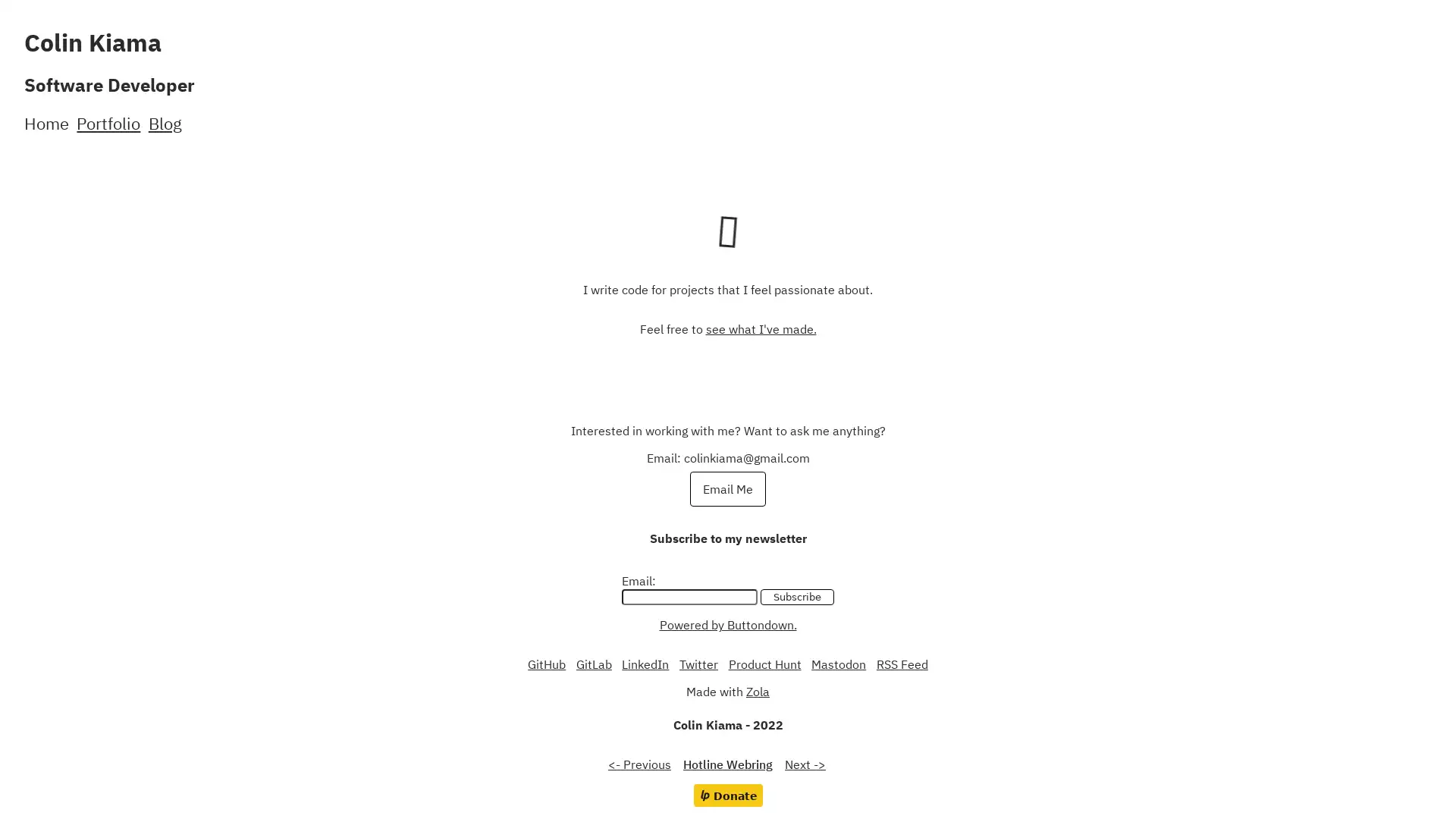 Image resolution: width=1456 pixels, height=819 pixels. Describe the element at coordinates (796, 596) in the screenshot. I see `Subscribe` at that location.